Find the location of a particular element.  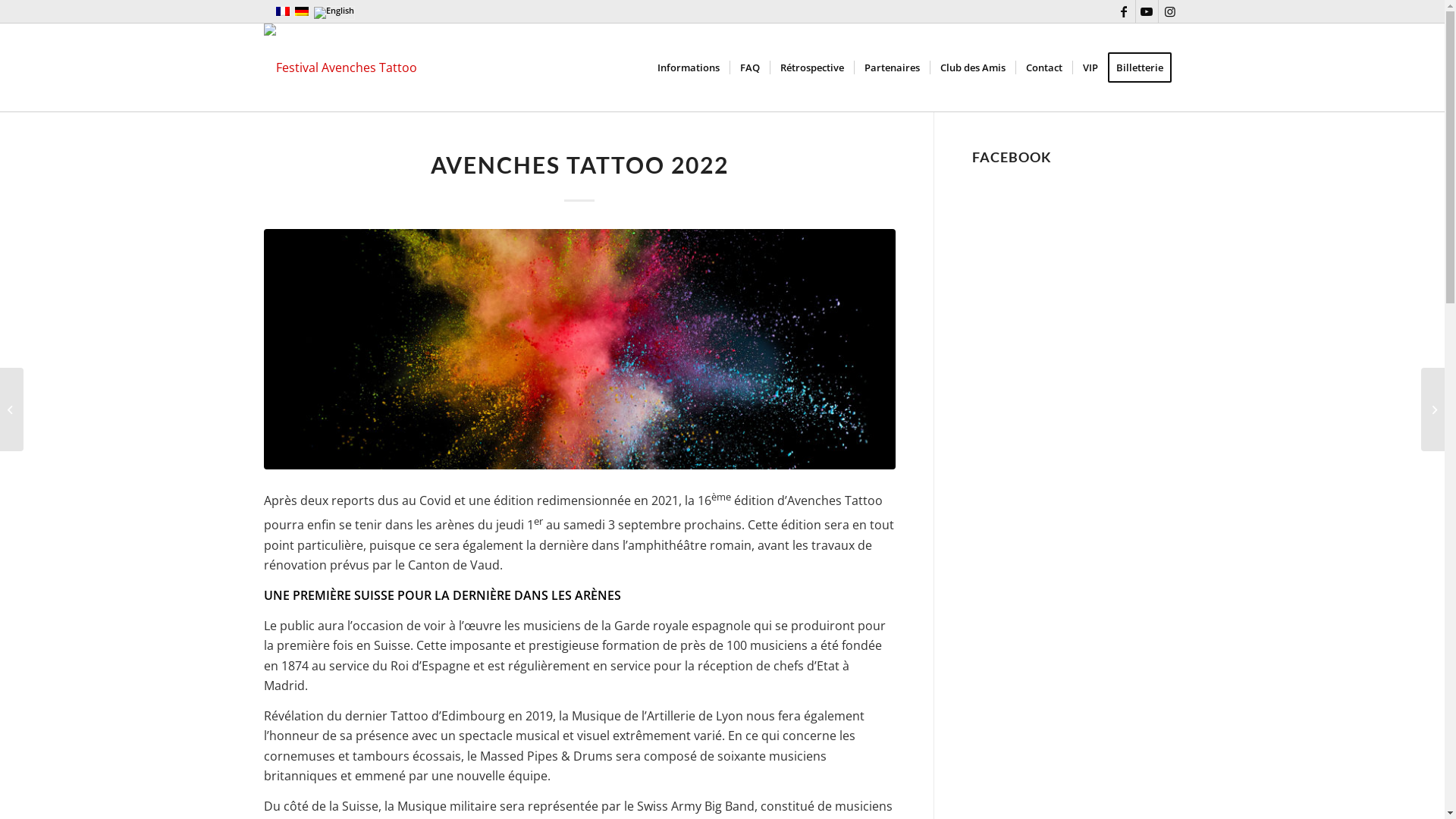

'English' is located at coordinates (332, 12).